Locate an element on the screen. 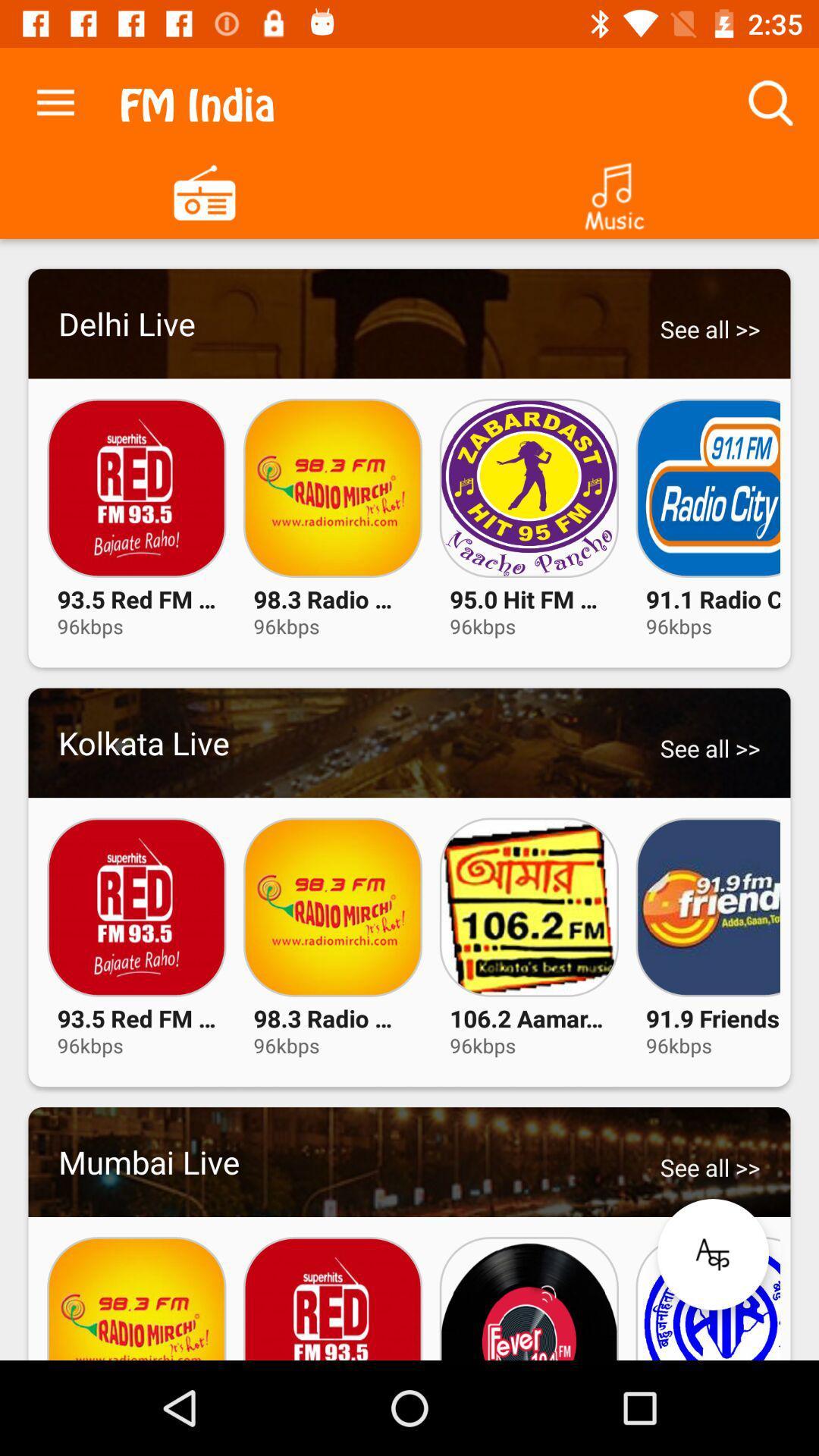  change the app language is located at coordinates (713, 1254).